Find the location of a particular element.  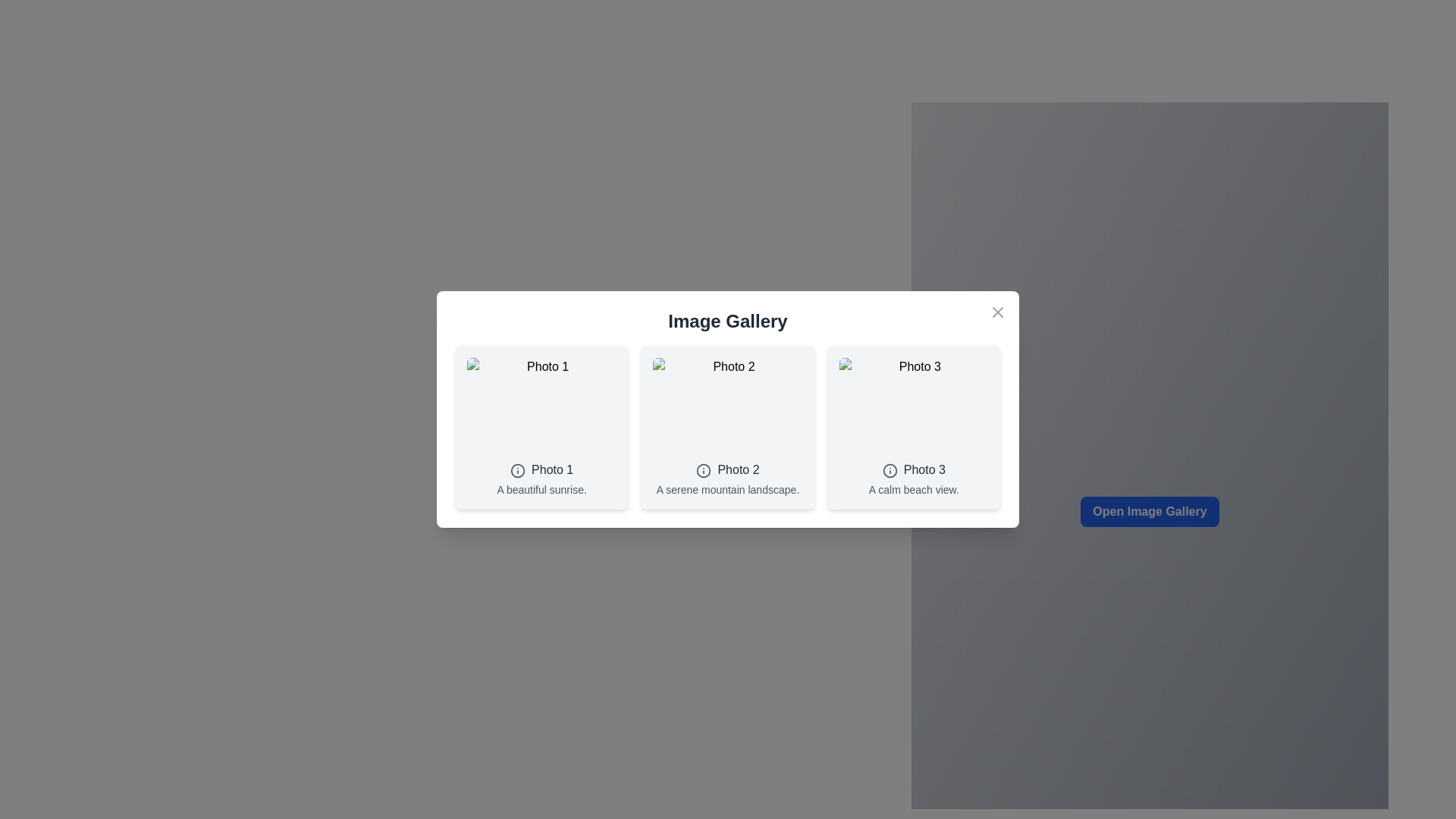

the close button (icon type) located in the top-right corner of the 'Image Gallery' modal is located at coordinates (997, 312).